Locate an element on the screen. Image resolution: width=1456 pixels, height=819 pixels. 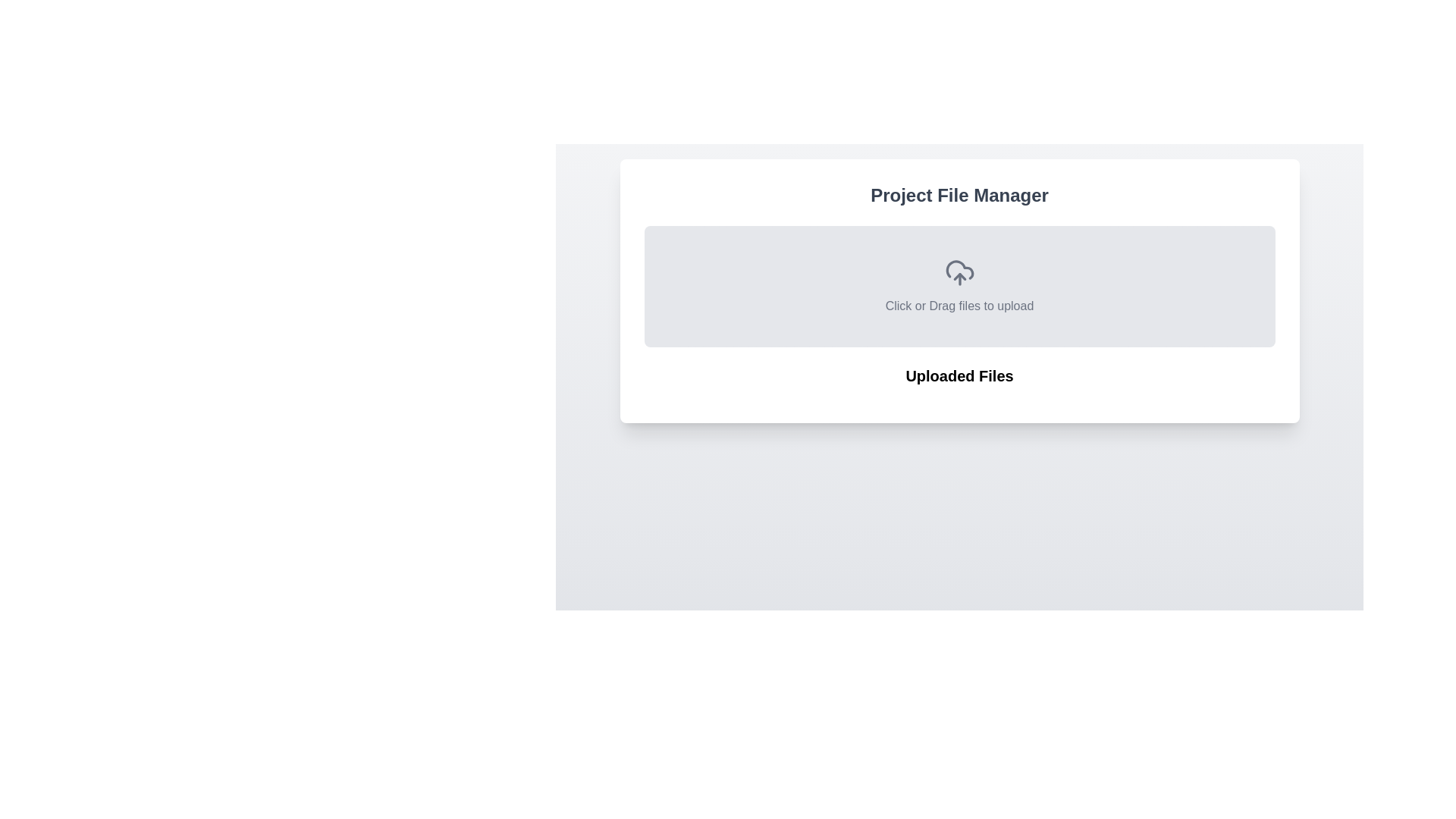
the bold text heading labeled 'Project File Manager', which is centrally positioned at the top of a card-like layout is located at coordinates (959, 195).